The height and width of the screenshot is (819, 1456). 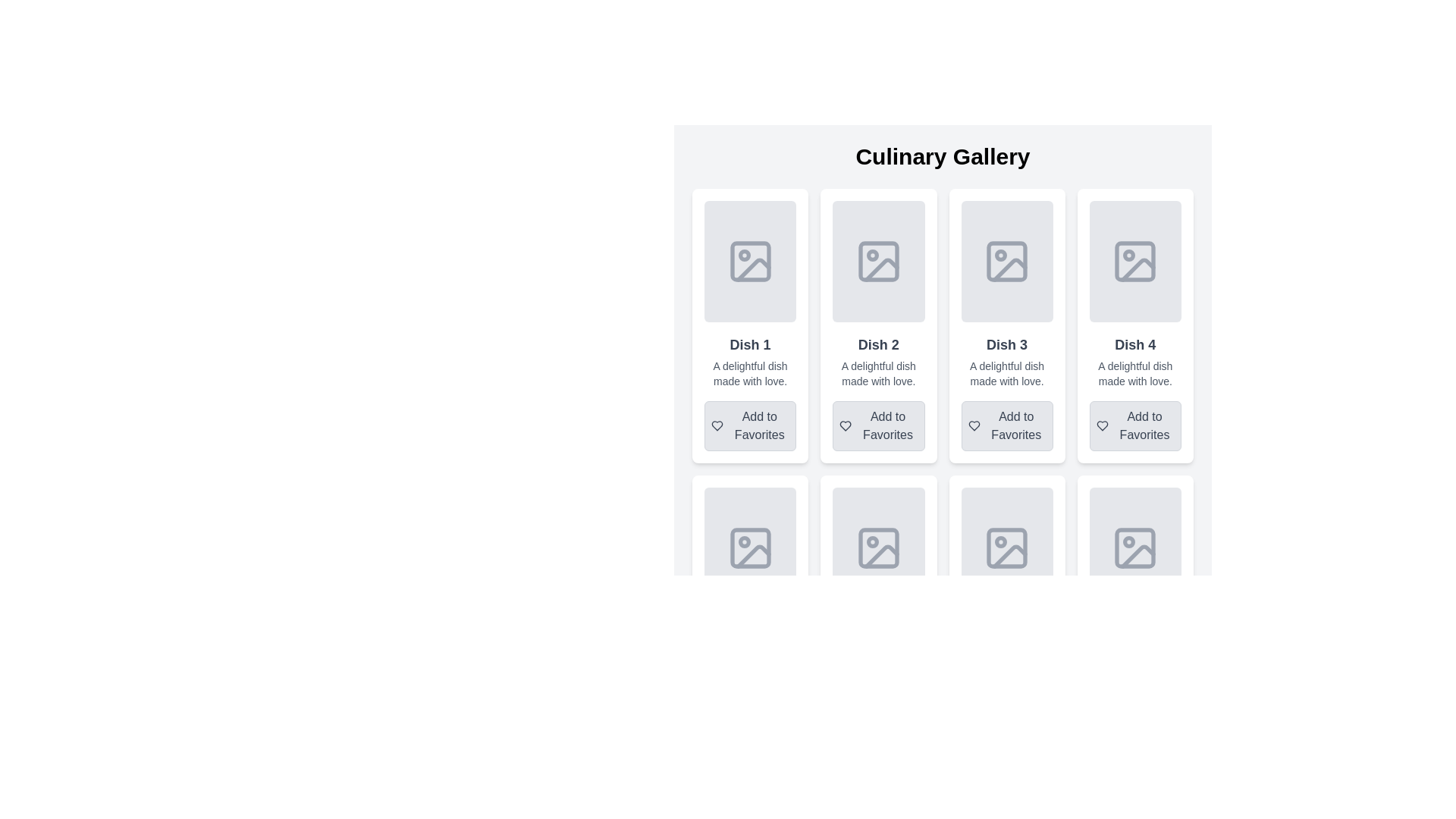 I want to click on the button with a heart icon and the text 'Add to Favorites' located at the lower section of the card labeled 'Dish 2', so click(x=878, y=426).